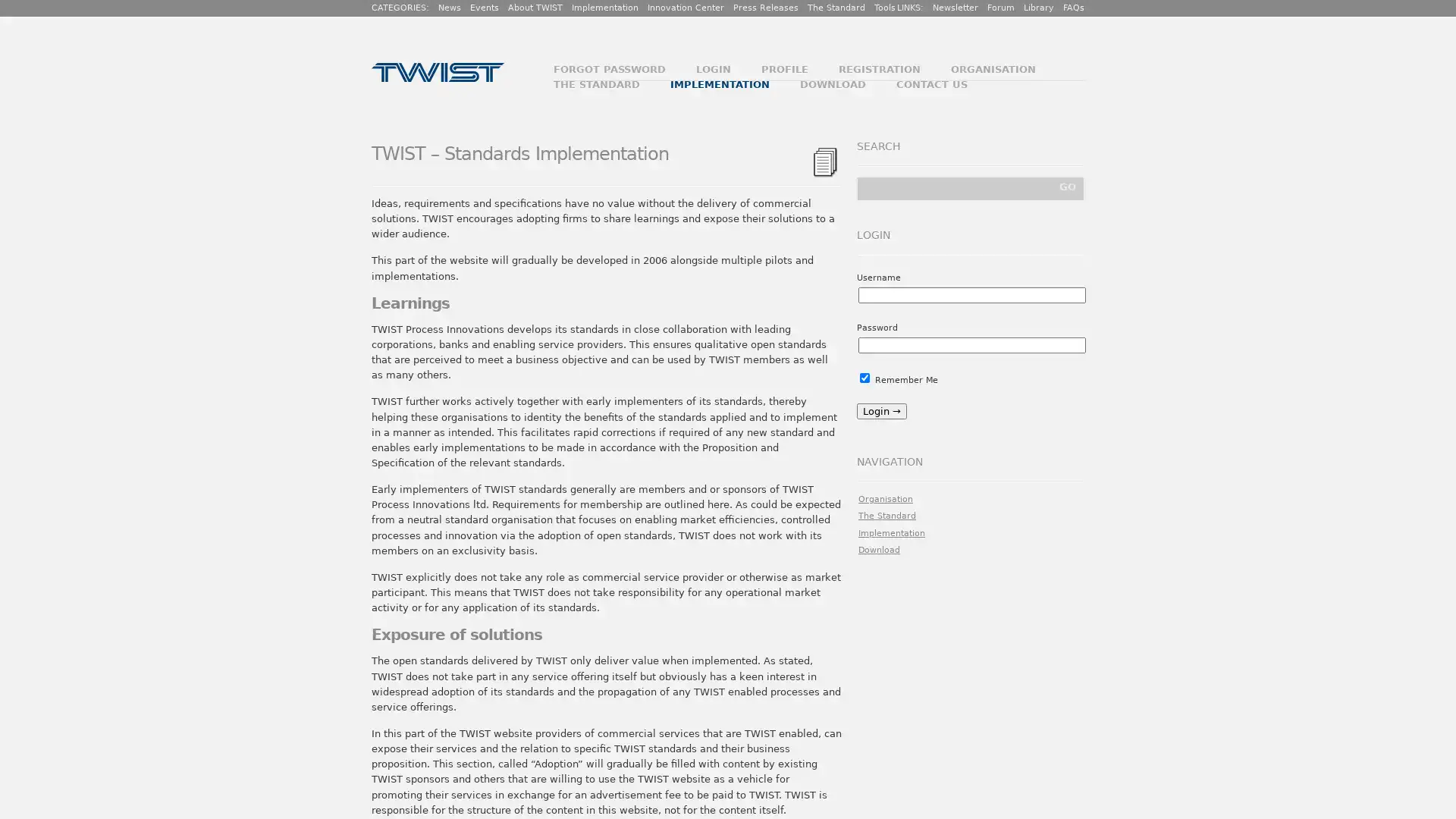 This screenshot has width=1456, height=819. Describe the element at coordinates (1066, 186) in the screenshot. I see `GO` at that location.